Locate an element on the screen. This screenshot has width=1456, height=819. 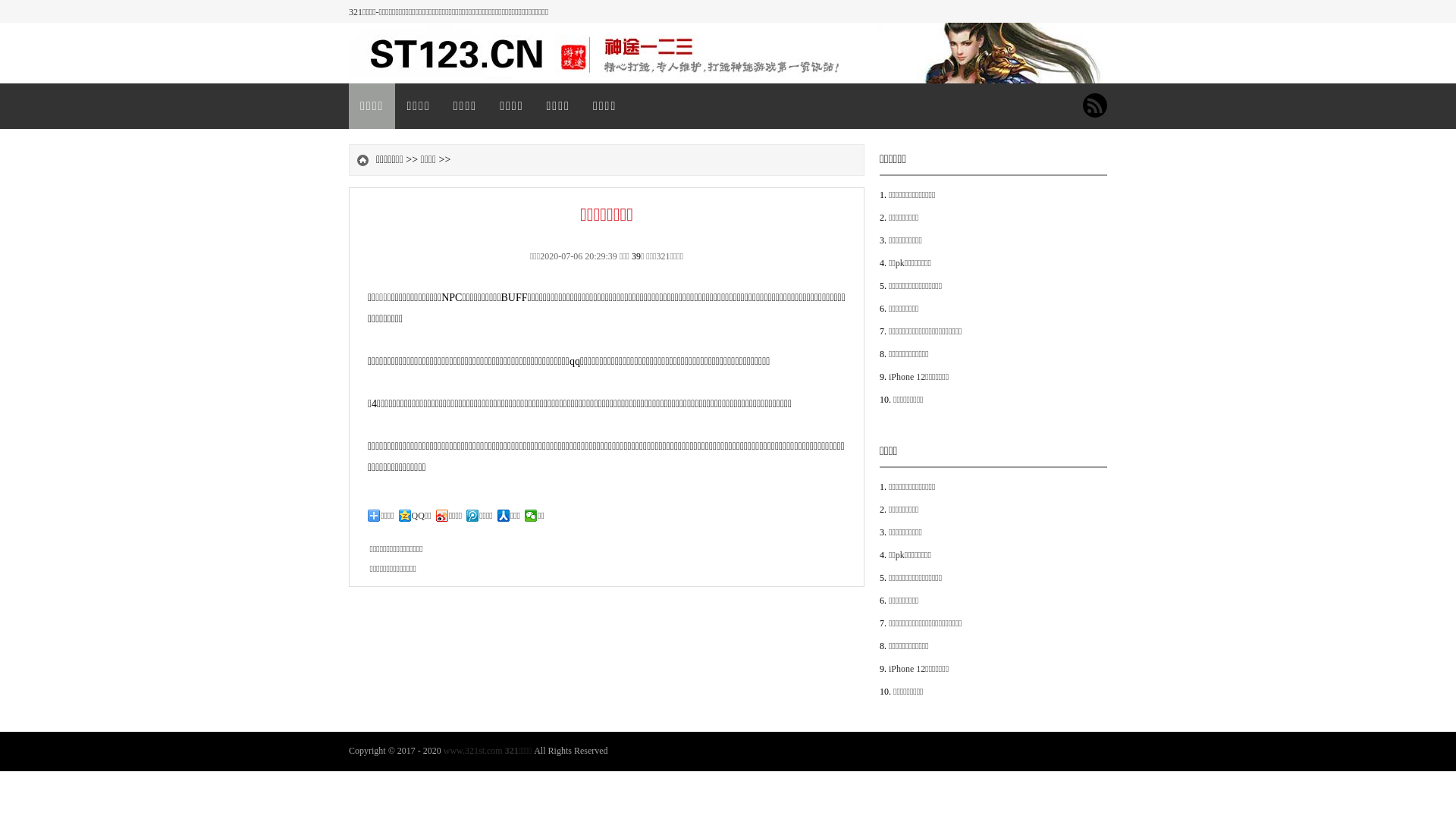
'www.321st.com' is located at coordinates (443, 751).